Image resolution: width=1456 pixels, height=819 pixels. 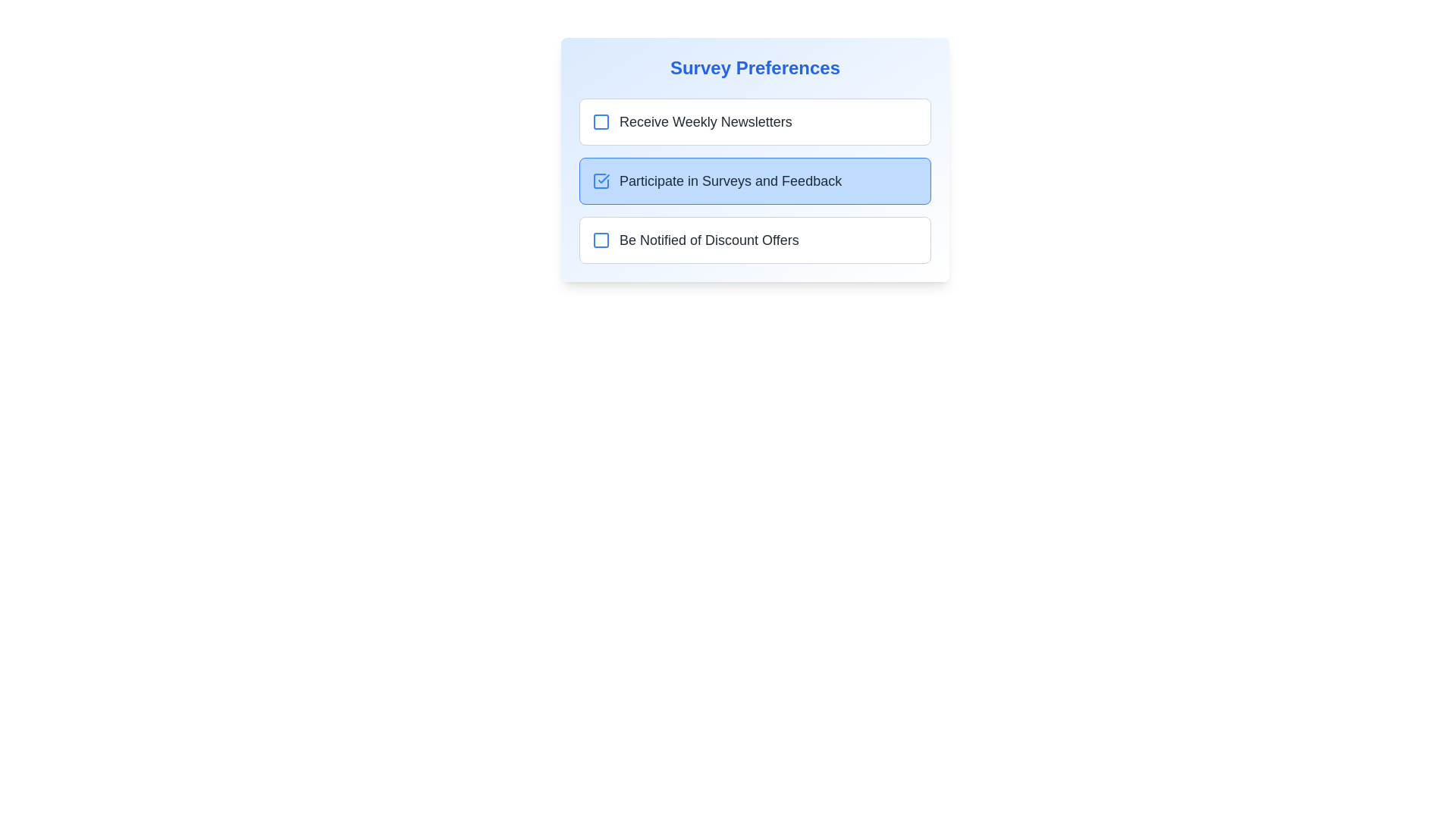 What do you see at coordinates (600, 239) in the screenshot?
I see `the checkbox for 'Be Notified of Discount Offers'` at bounding box center [600, 239].